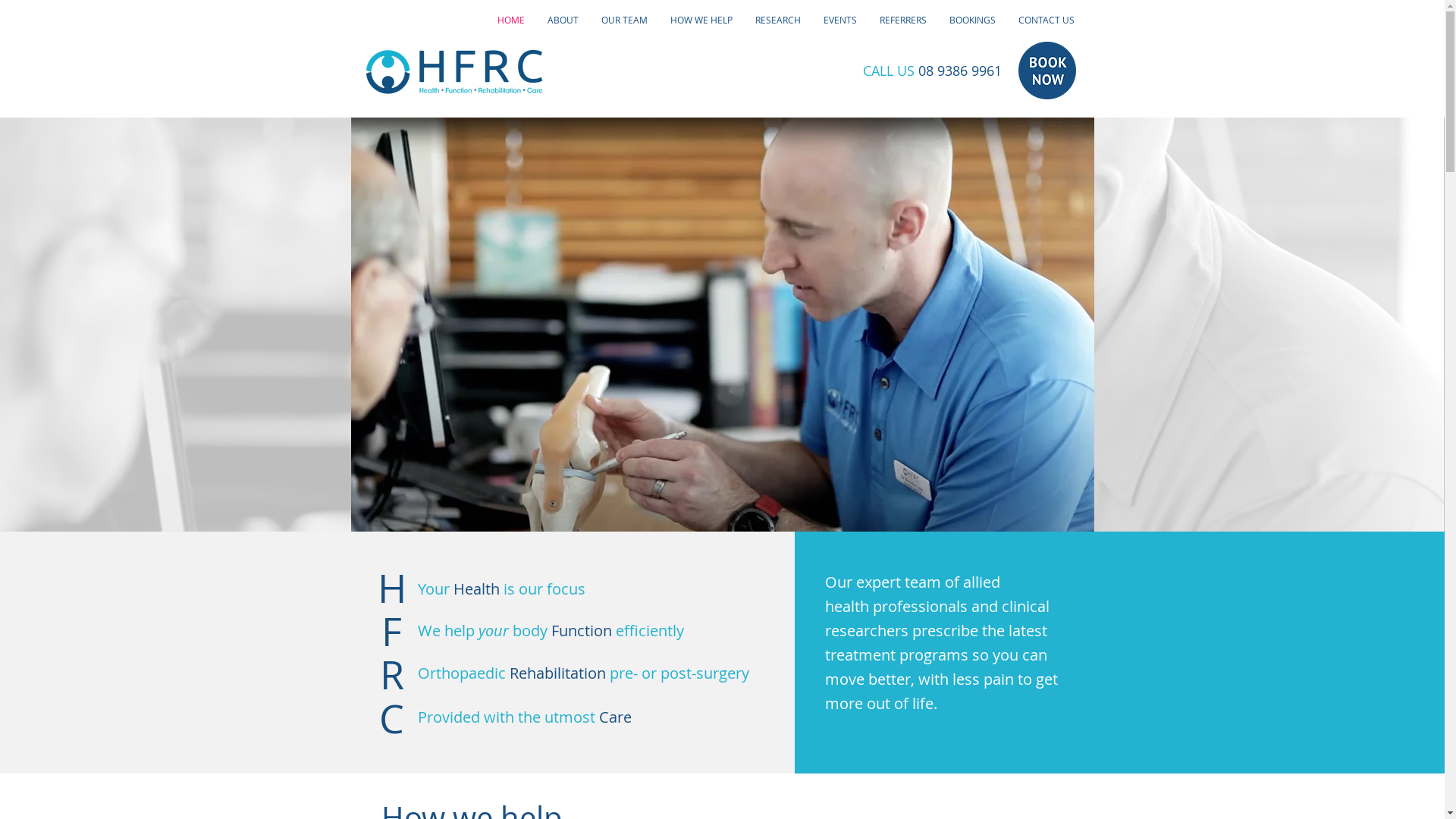 The width and height of the screenshot is (1456, 819). Describe the element at coordinates (535, 20) in the screenshot. I see `'ABOUT'` at that location.